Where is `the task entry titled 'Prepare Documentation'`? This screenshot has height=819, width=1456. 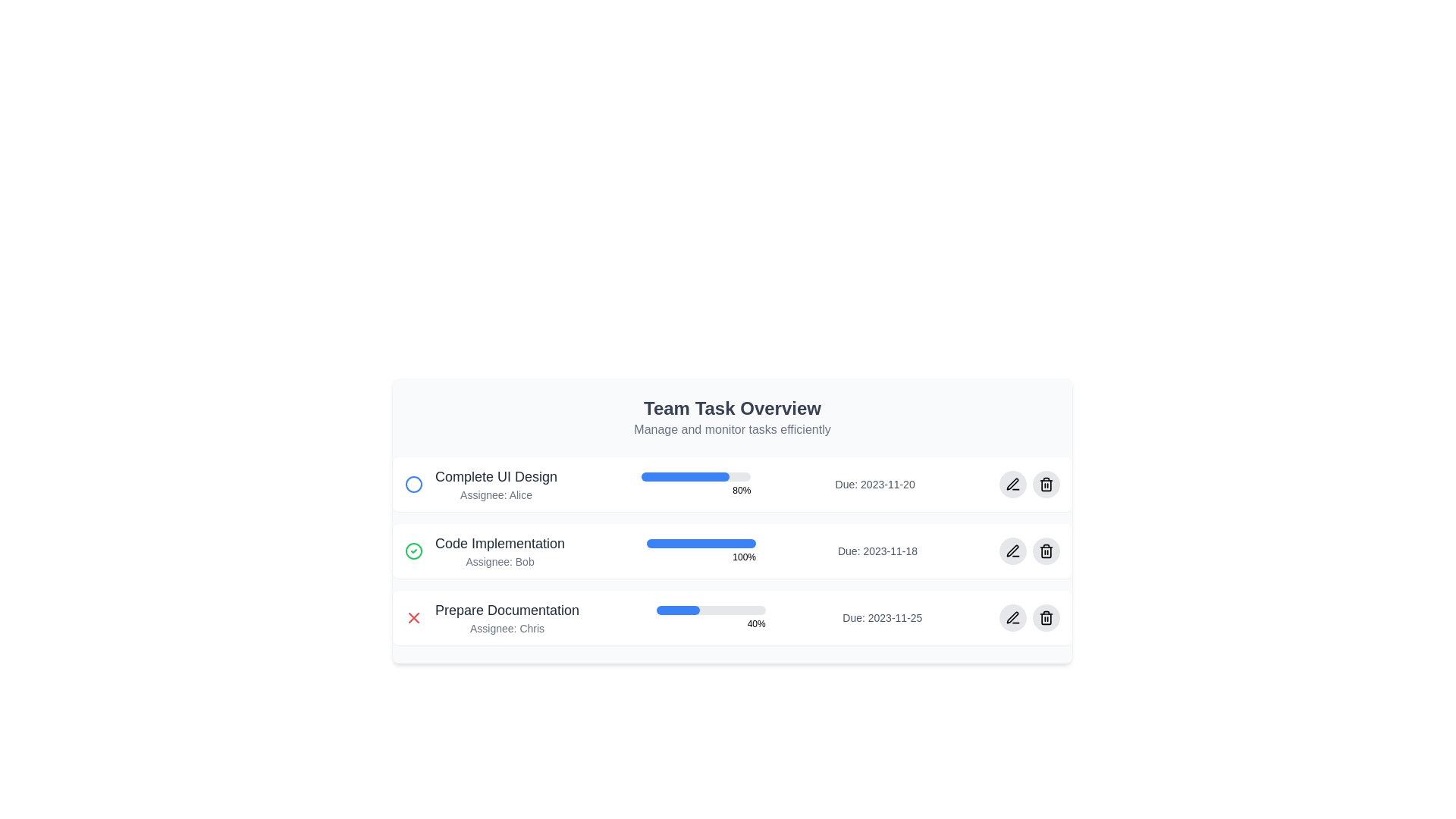 the task entry titled 'Prepare Documentation' is located at coordinates (732, 617).